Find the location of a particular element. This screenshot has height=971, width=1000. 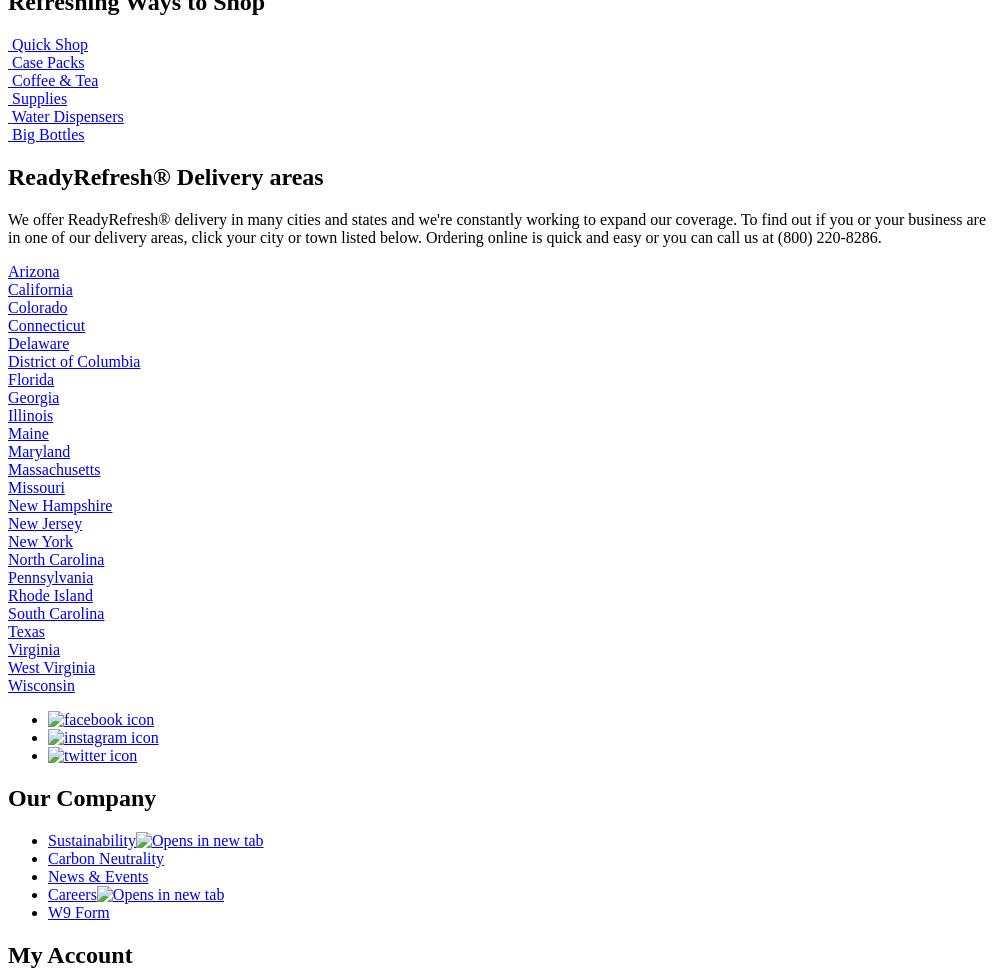

'W9 Form' is located at coordinates (77, 911).